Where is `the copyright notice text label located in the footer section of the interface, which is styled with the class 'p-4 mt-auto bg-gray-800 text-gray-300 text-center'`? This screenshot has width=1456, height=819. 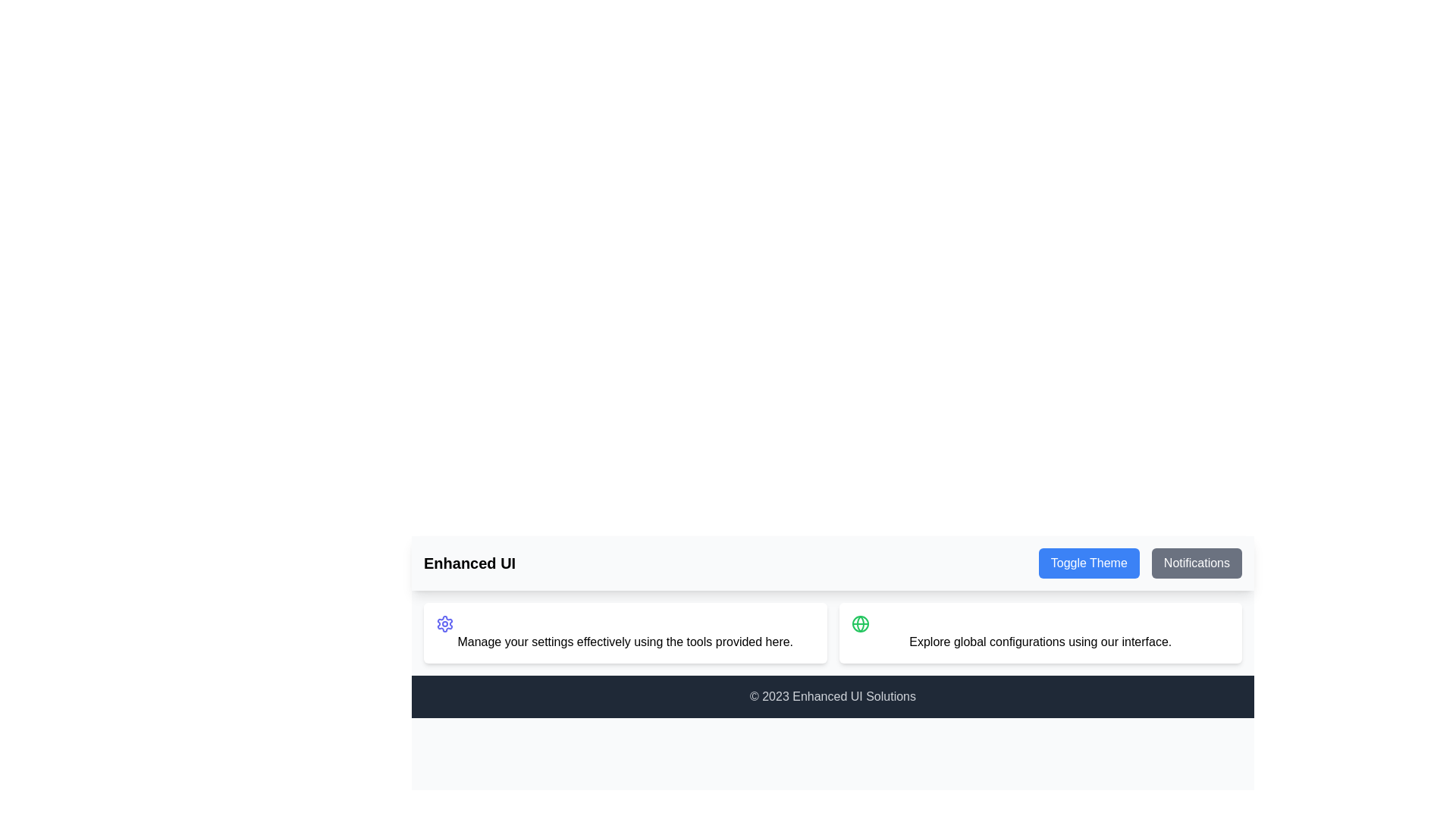
the copyright notice text label located in the footer section of the interface, which is styled with the class 'p-4 mt-auto bg-gray-800 text-gray-300 text-center' is located at coordinates (832, 696).